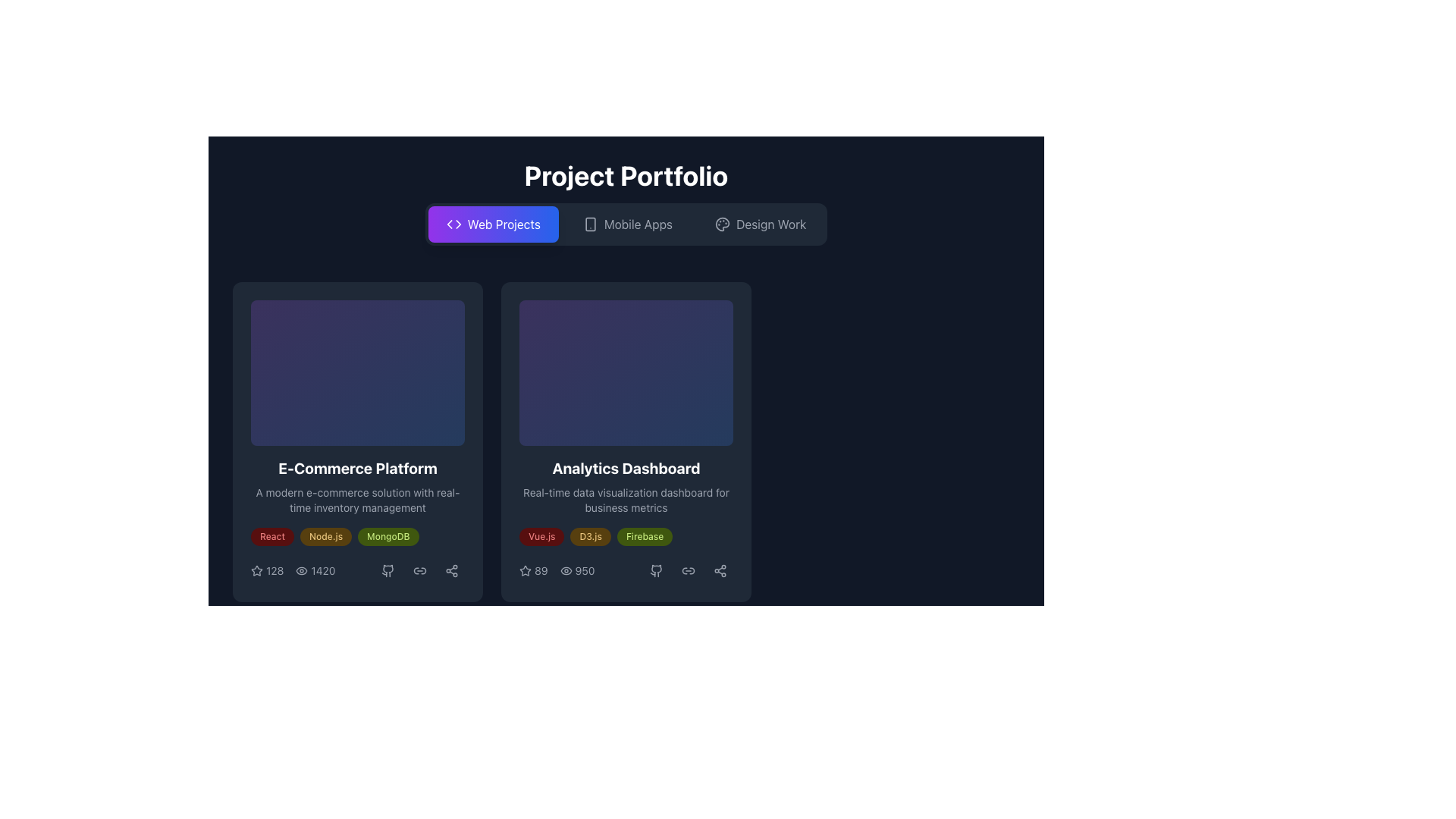 This screenshot has width=1456, height=819. What do you see at coordinates (626, 500) in the screenshot?
I see `the text block containing 'Real-time data visualization dashboard for business metrics' located beneath the title 'Analytics Dashboard'` at bounding box center [626, 500].